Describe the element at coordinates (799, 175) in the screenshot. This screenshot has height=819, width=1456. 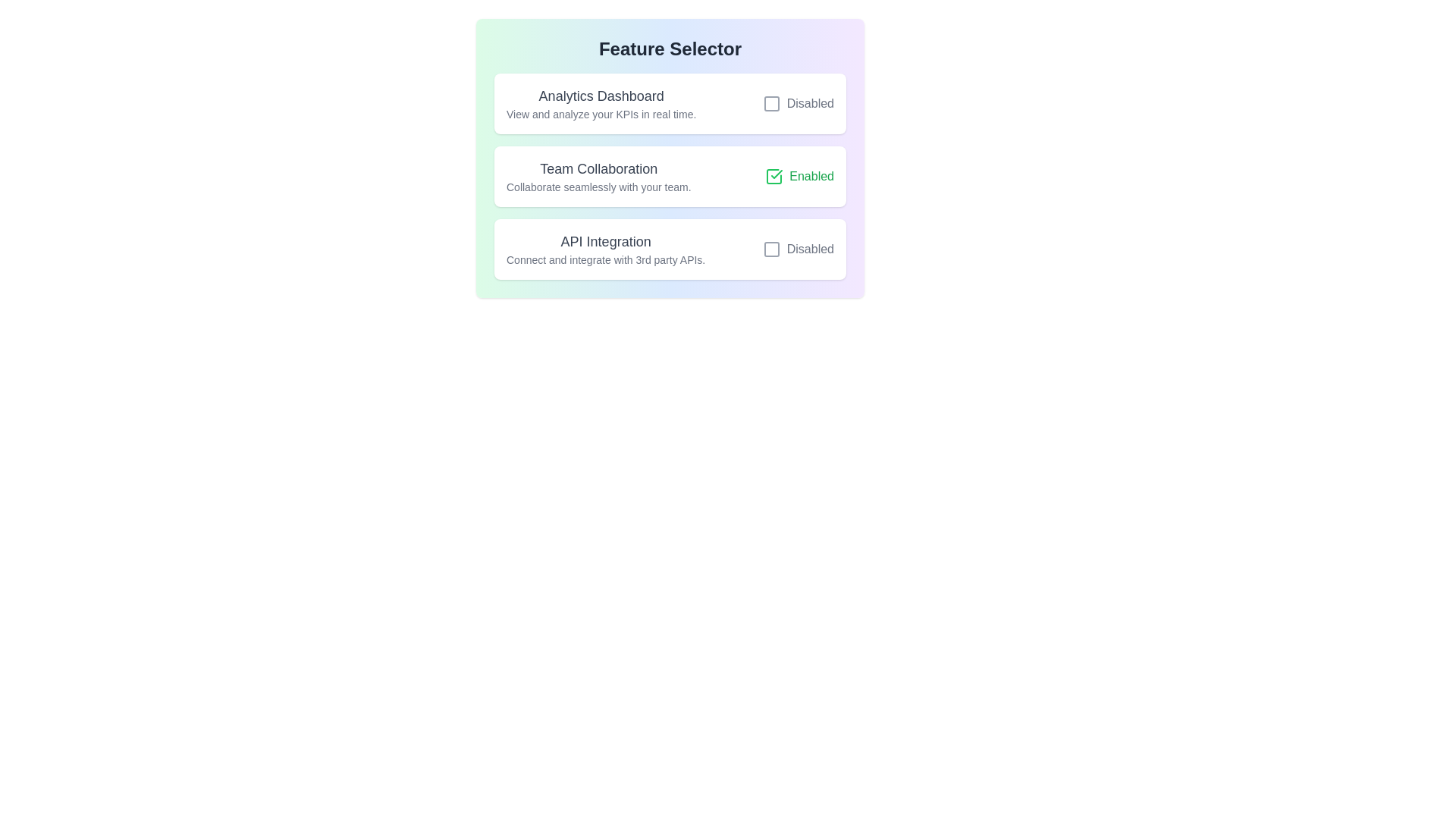
I see `the feature Team Collaboration by clicking its corresponding button` at that location.